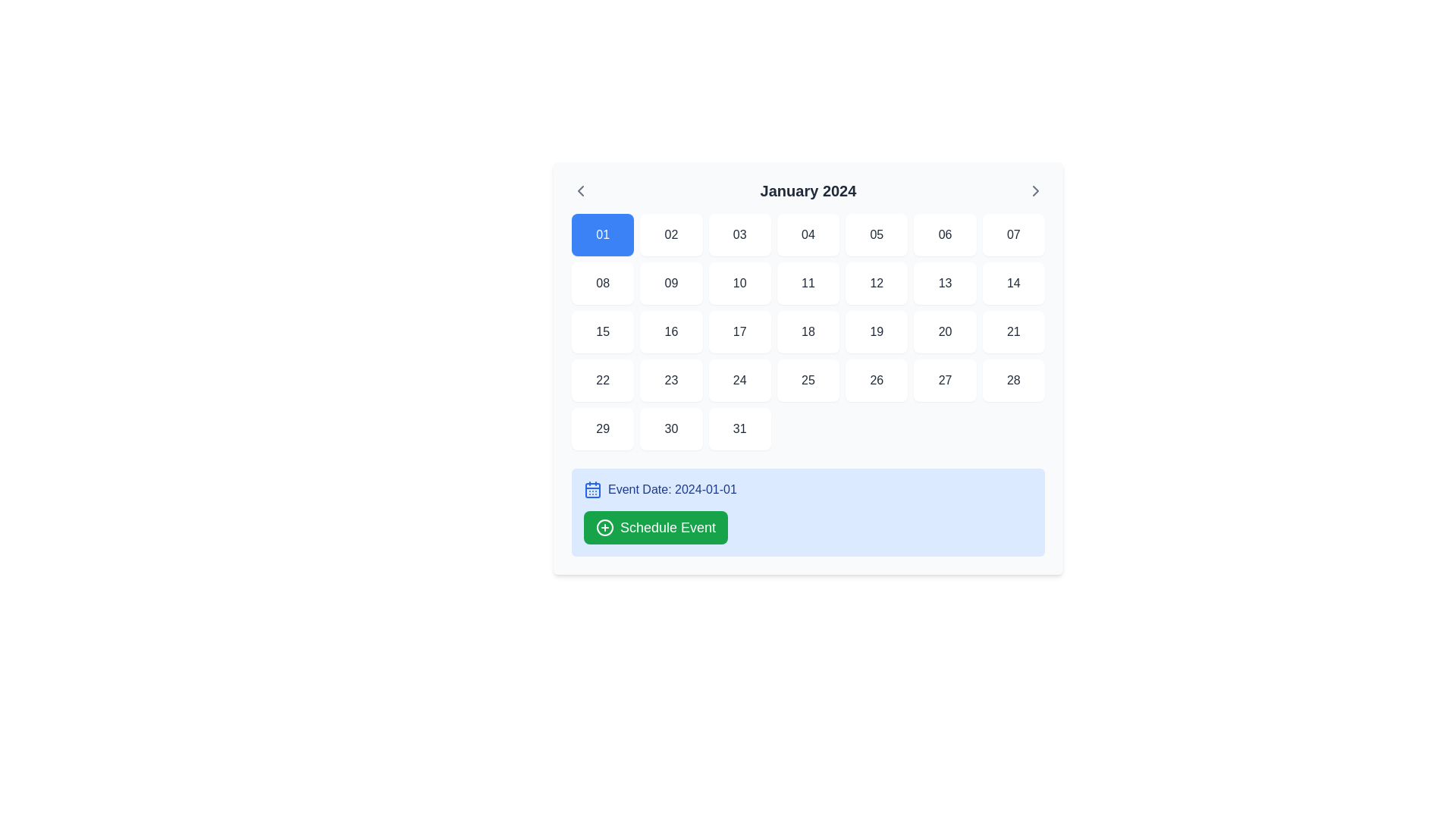  What do you see at coordinates (944, 379) in the screenshot?
I see `the rectangular button with rounded corners labeled '27'` at bounding box center [944, 379].